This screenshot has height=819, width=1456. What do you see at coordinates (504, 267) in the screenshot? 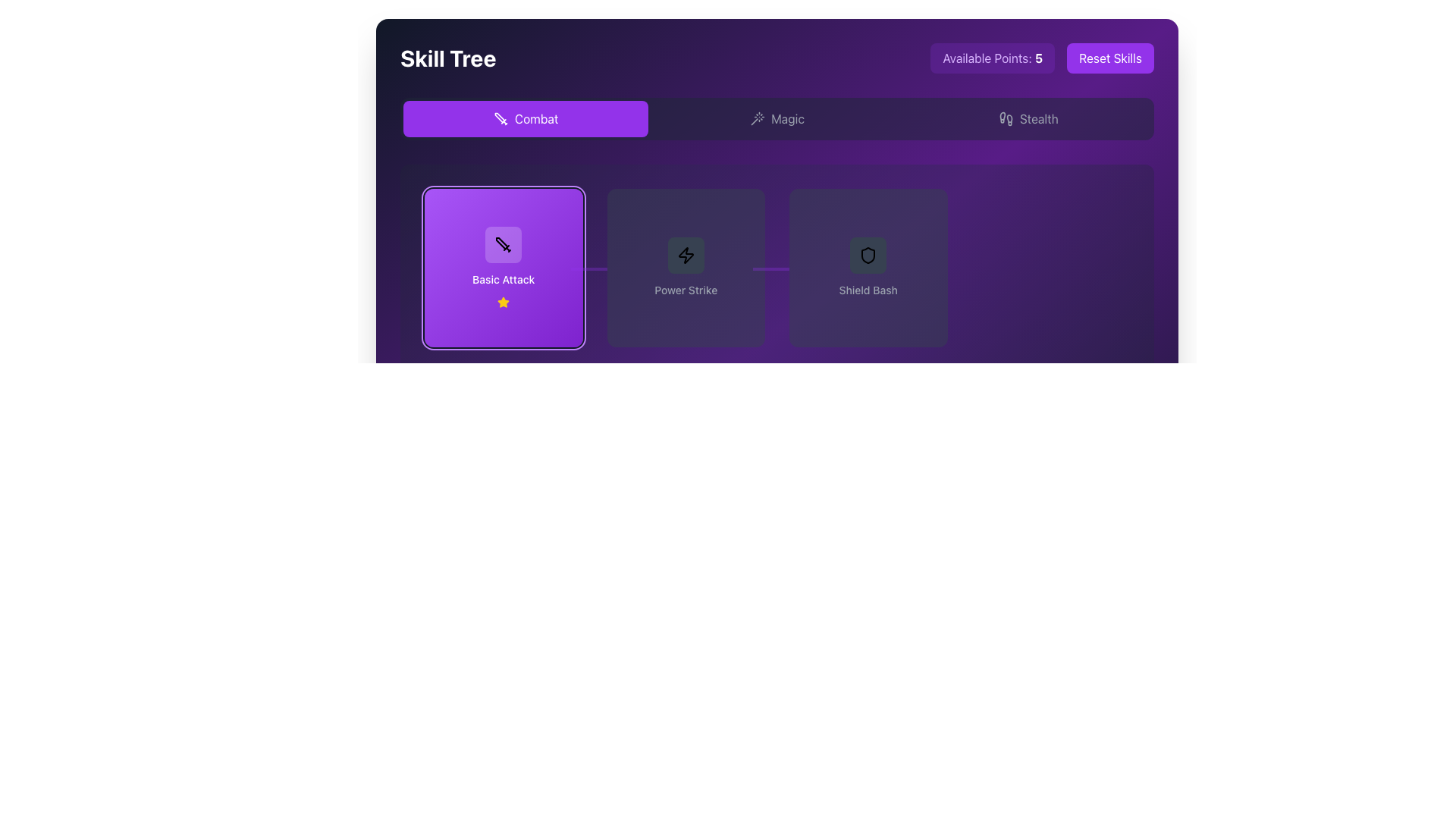
I see `the 'Basic Attack' interactive card, which is the leftmost option` at bounding box center [504, 267].